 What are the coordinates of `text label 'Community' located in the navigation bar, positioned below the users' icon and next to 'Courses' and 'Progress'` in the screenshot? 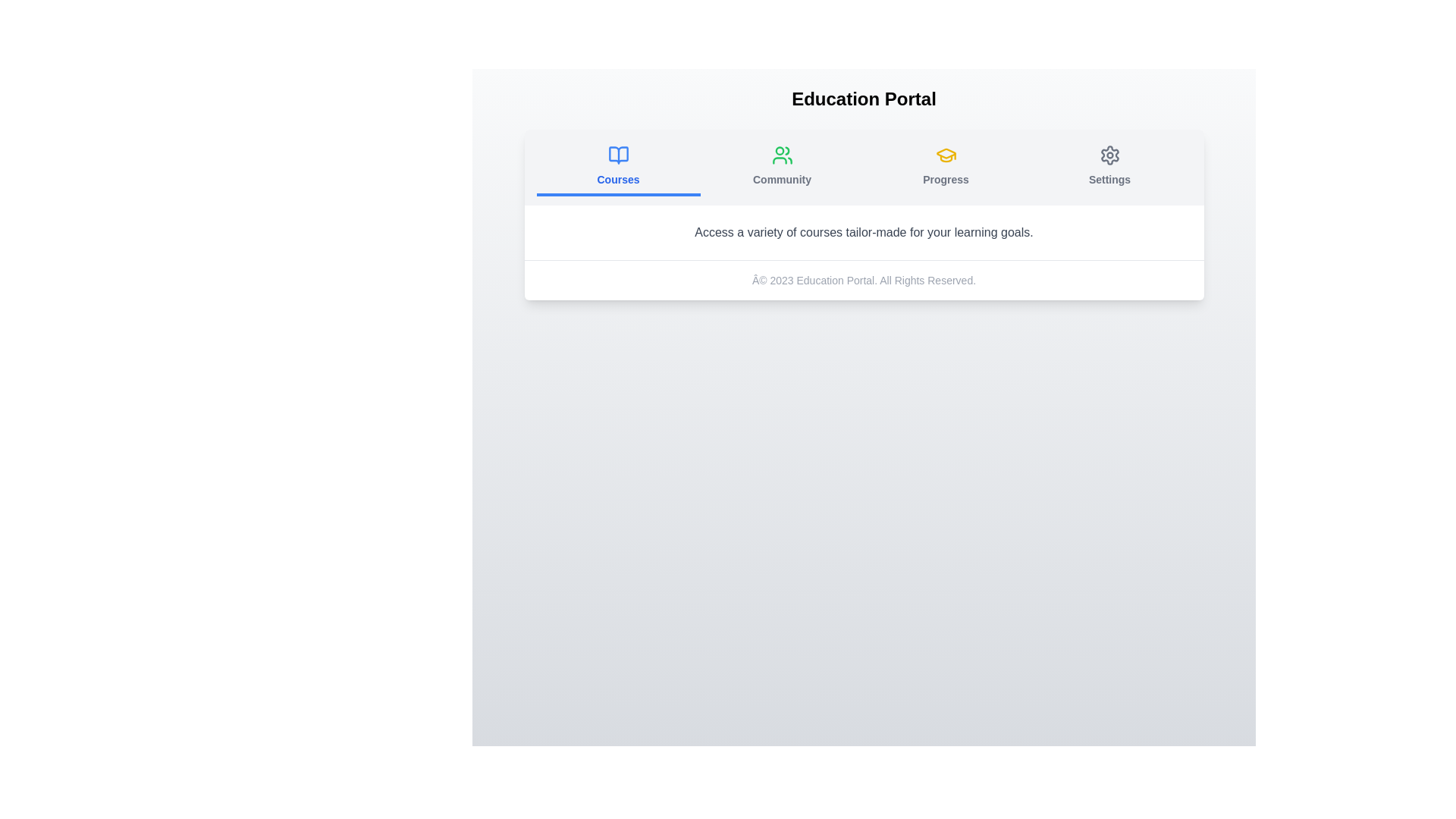 It's located at (782, 178).